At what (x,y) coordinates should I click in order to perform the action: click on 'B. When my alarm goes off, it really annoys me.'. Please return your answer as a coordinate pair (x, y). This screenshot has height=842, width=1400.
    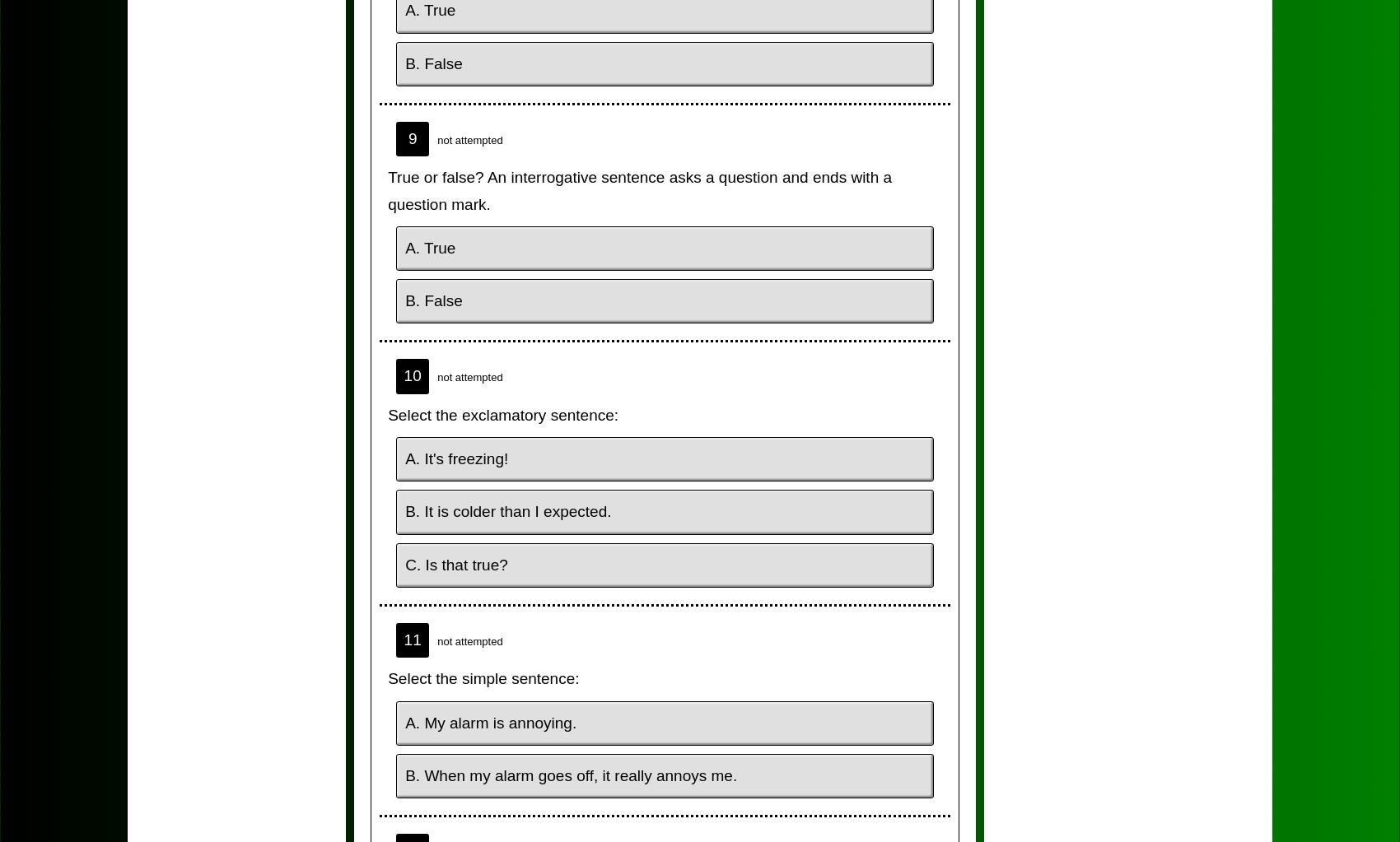
    Looking at the image, I should click on (571, 774).